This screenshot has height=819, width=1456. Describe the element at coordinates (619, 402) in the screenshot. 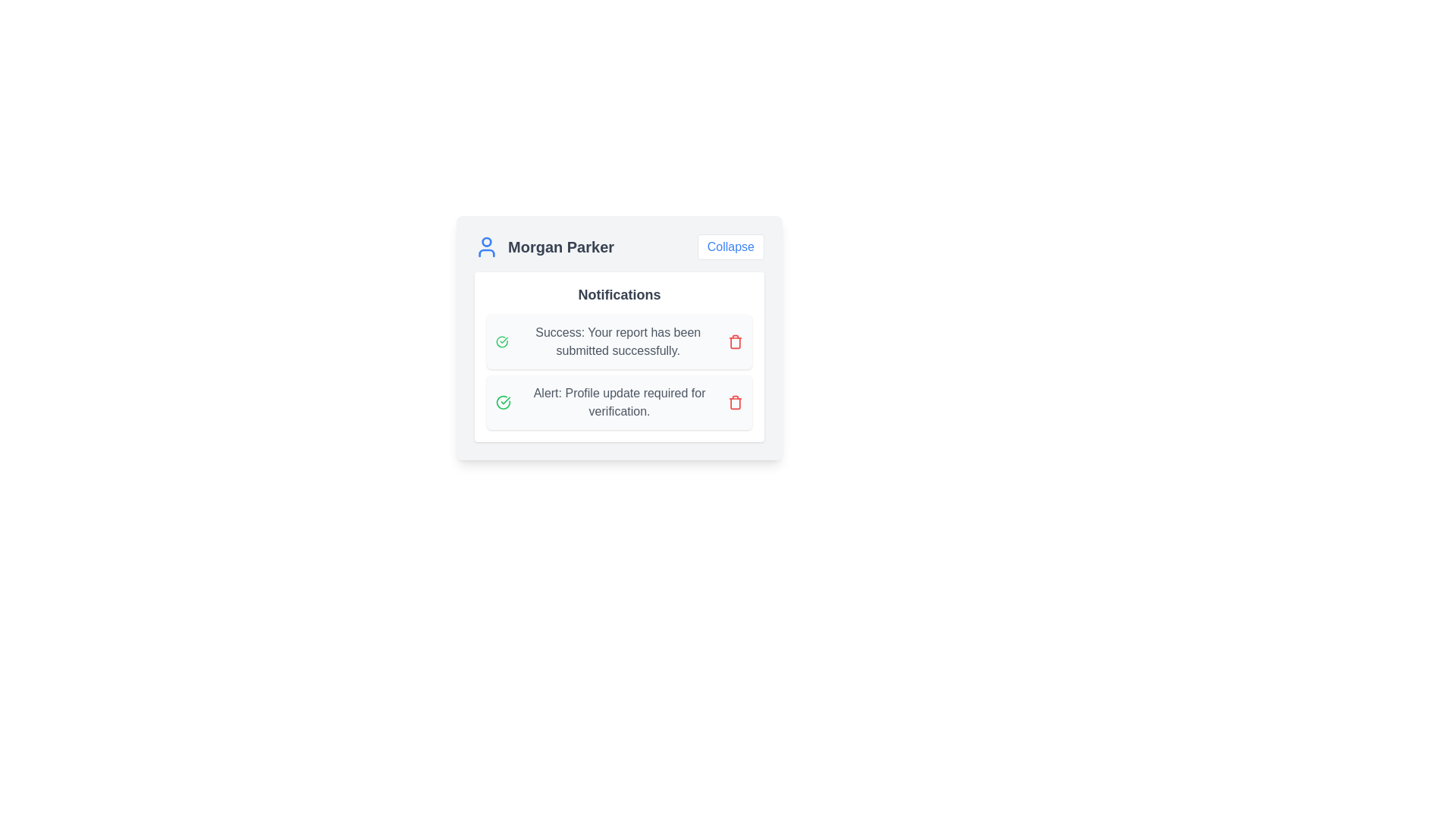

I see `the second Informational Notification Entry containing the alert message 'Alert: Profile update required for verification.'` at that location.